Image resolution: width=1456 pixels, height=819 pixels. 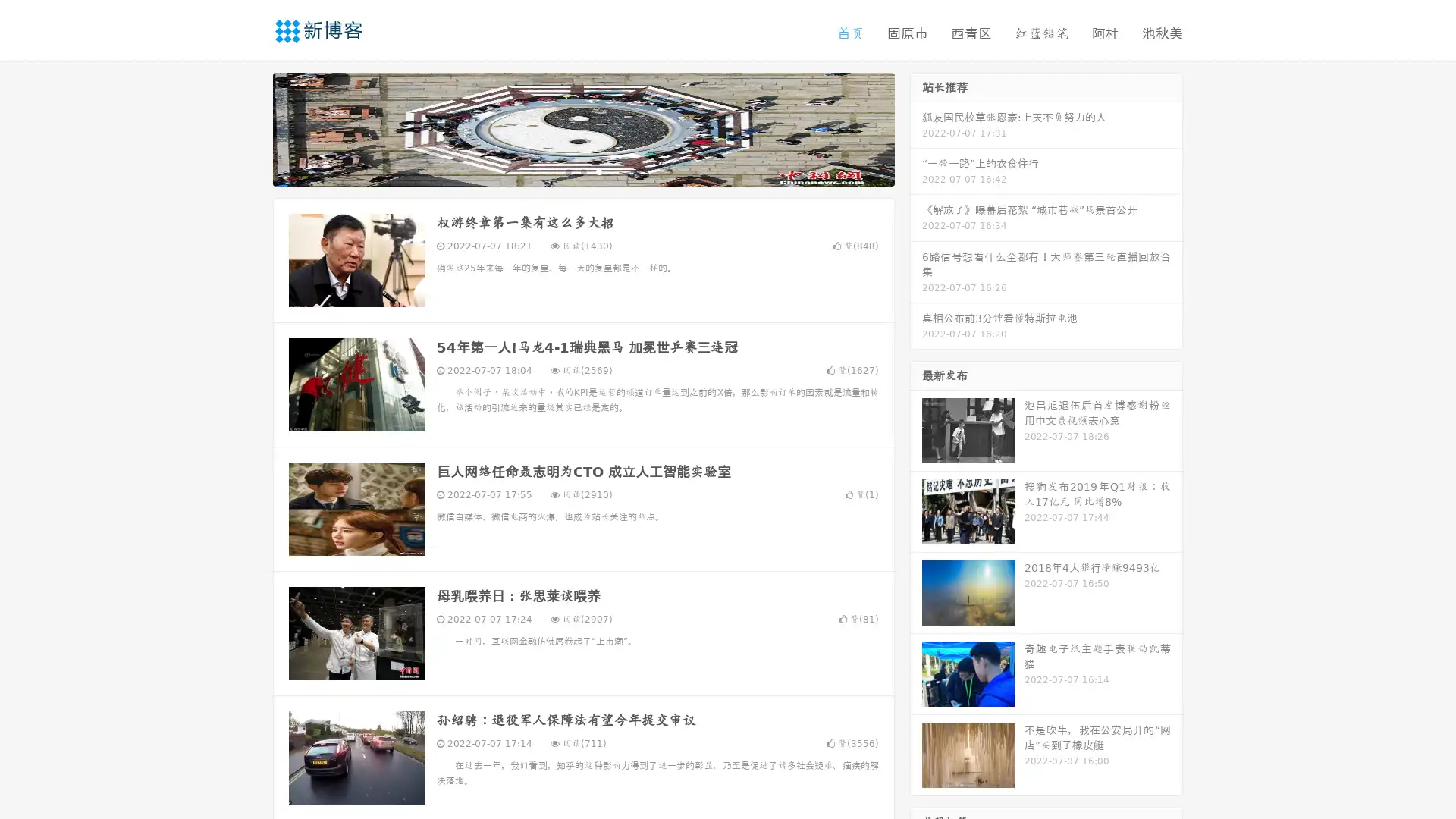 I want to click on Go to slide 1, so click(x=567, y=171).